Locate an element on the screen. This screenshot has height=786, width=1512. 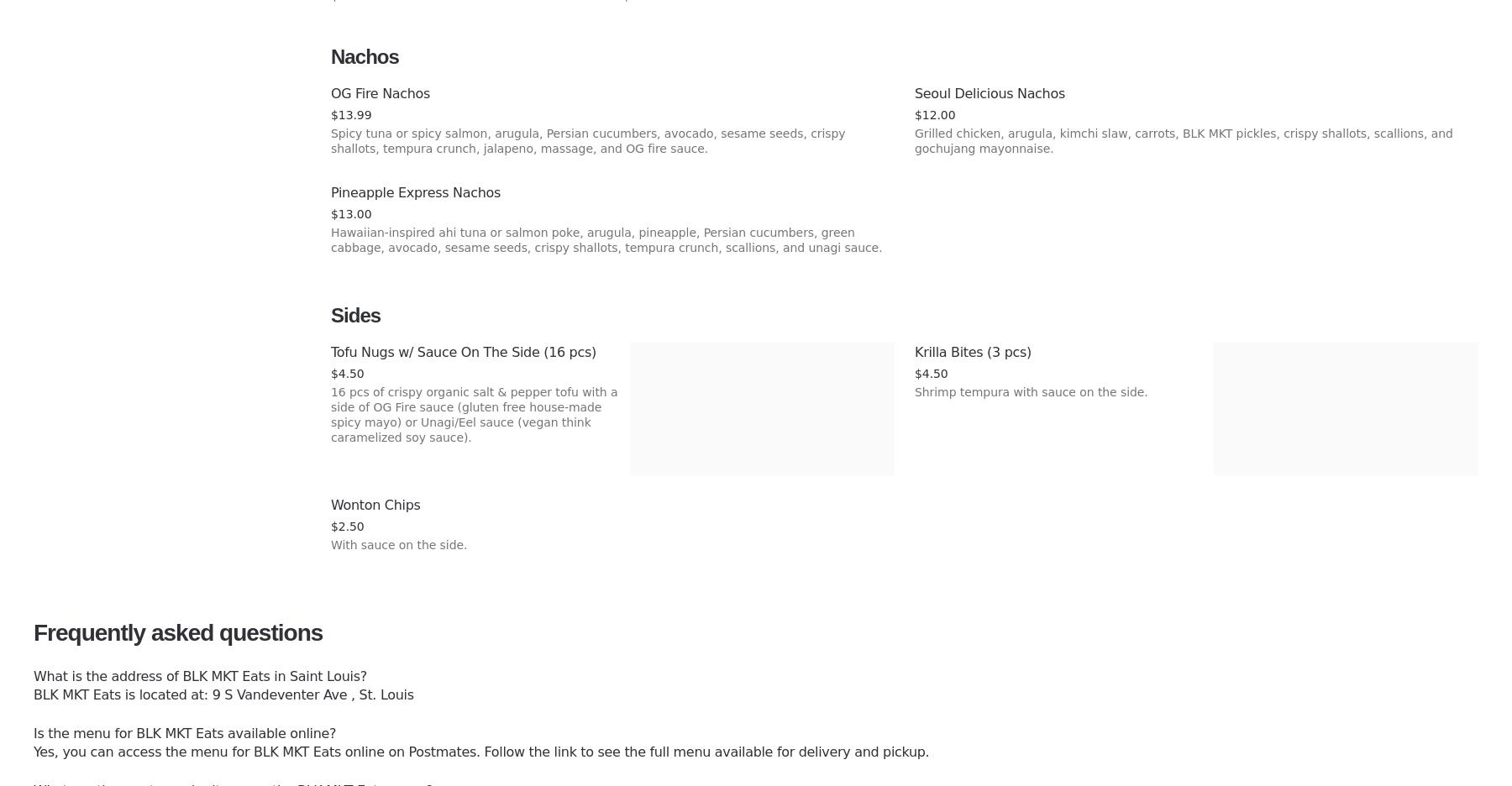
'16 pcs of crispy organic salt & pepper tofu with a side of OG Fire sauce (gluten free house-made spicy mayo) or Unagi/Eel sauce (vegan think caramelized soy sauce).' is located at coordinates (474, 414).